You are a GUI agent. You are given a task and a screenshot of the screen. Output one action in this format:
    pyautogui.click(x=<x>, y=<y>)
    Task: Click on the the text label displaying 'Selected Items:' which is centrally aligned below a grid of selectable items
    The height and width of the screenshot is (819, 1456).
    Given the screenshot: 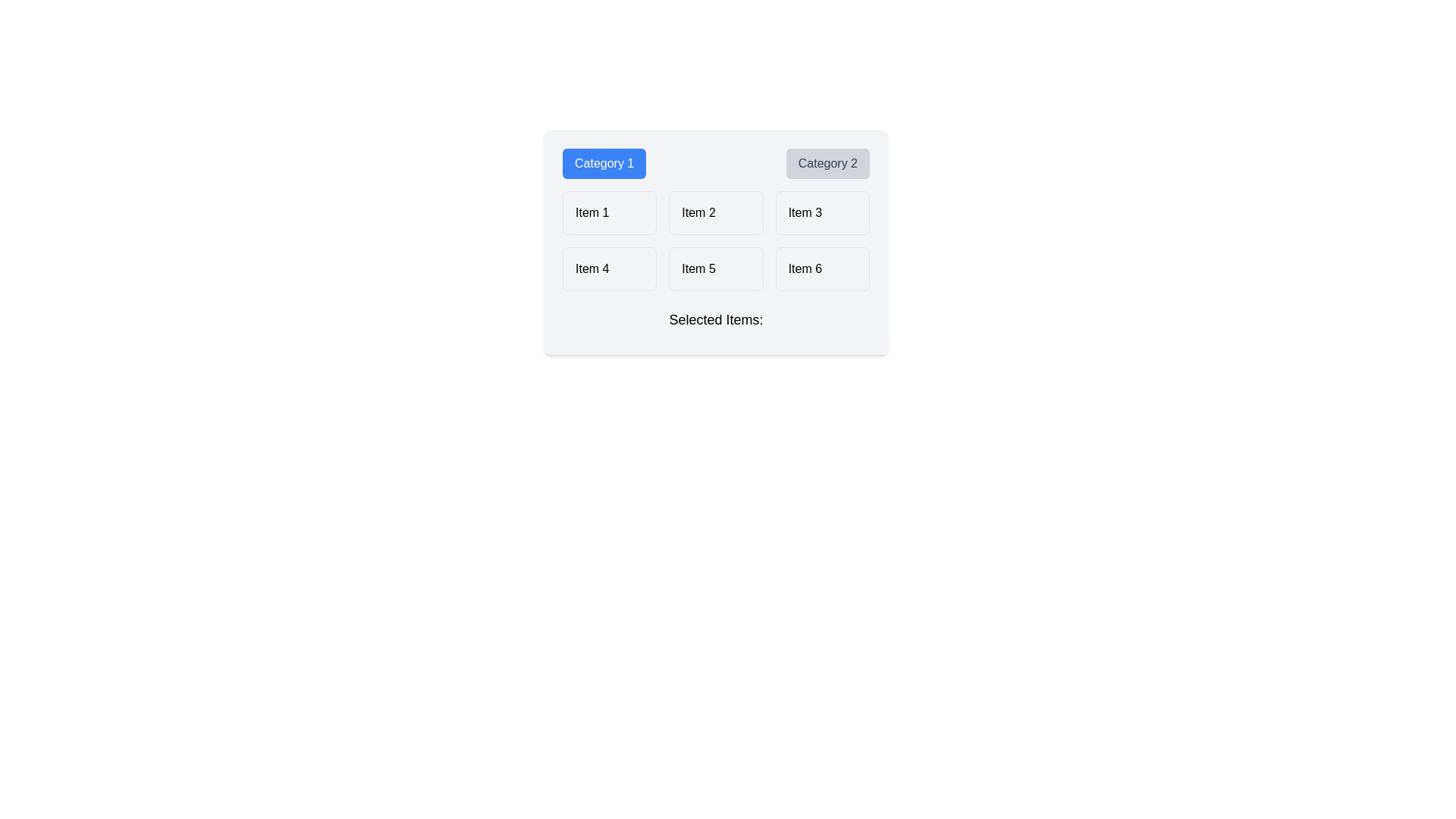 What is the action you would take?
    pyautogui.click(x=715, y=318)
    